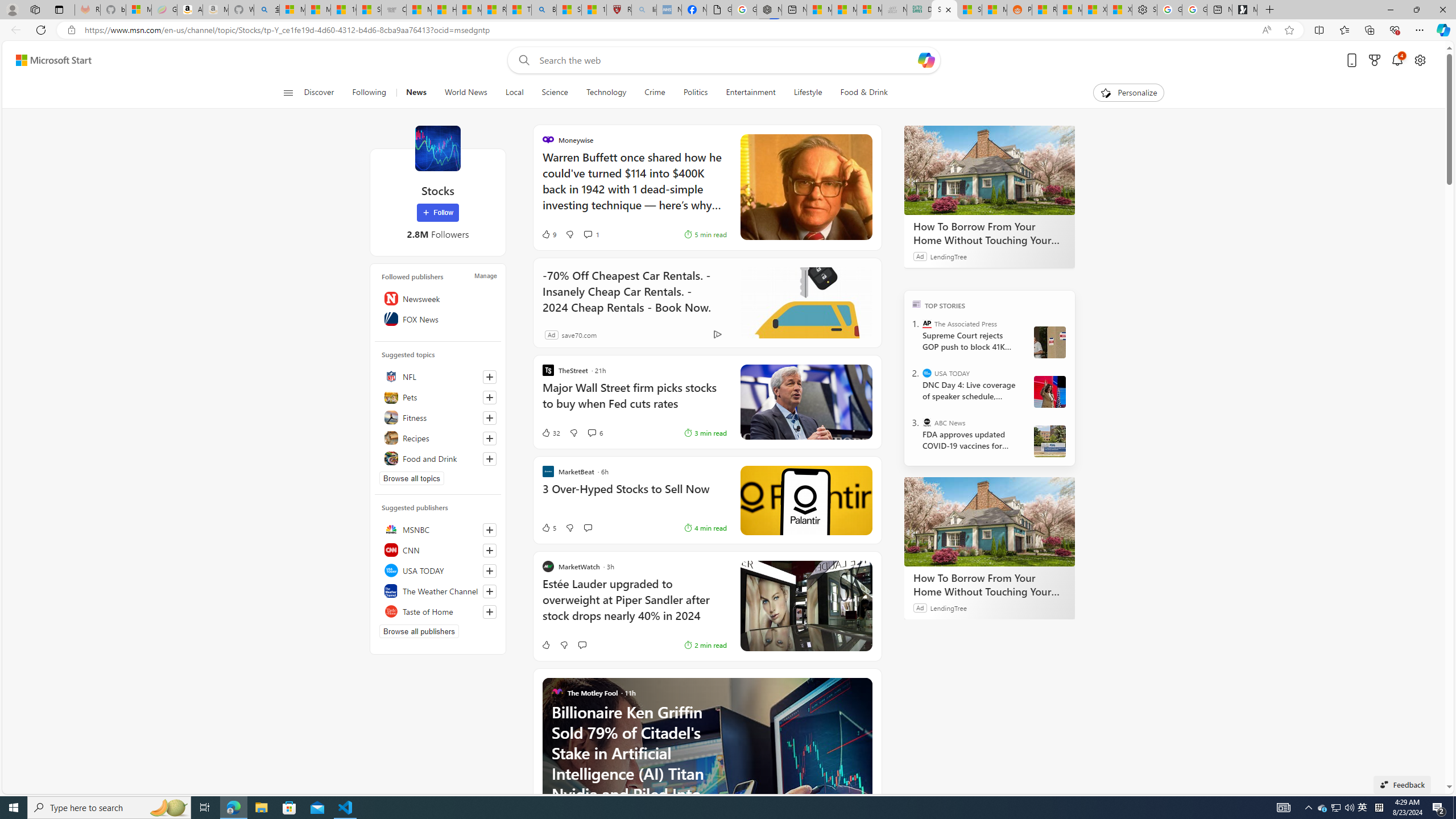 Image resolution: width=1456 pixels, height=819 pixels. What do you see at coordinates (594, 433) in the screenshot?
I see `'View comments 6 Comment'` at bounding box center [594, 433].